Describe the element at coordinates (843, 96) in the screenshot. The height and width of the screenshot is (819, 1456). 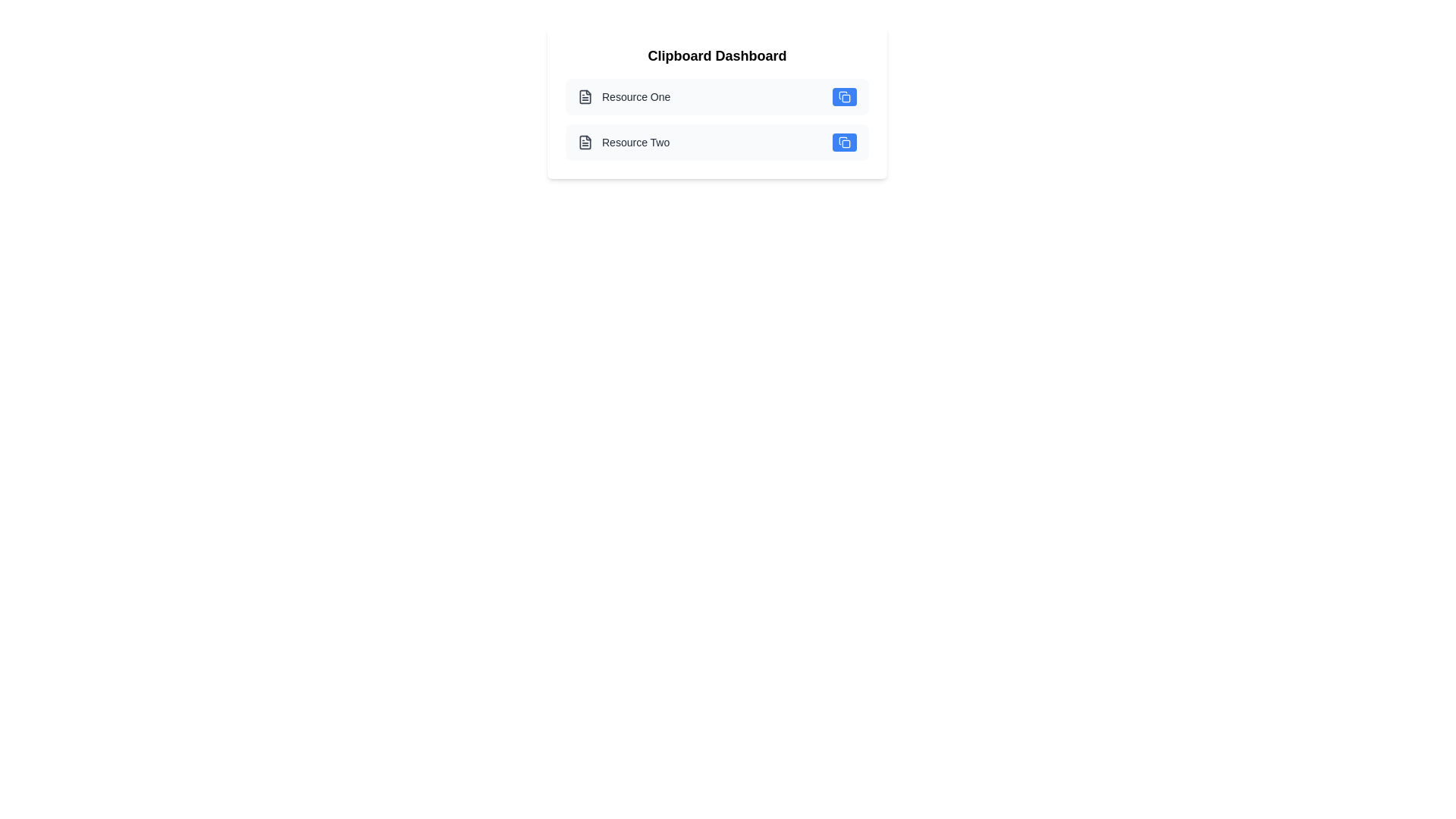
I see `the blue button with a white icon of two overlapping squares located to the far right of 'Resource One'` at that location.